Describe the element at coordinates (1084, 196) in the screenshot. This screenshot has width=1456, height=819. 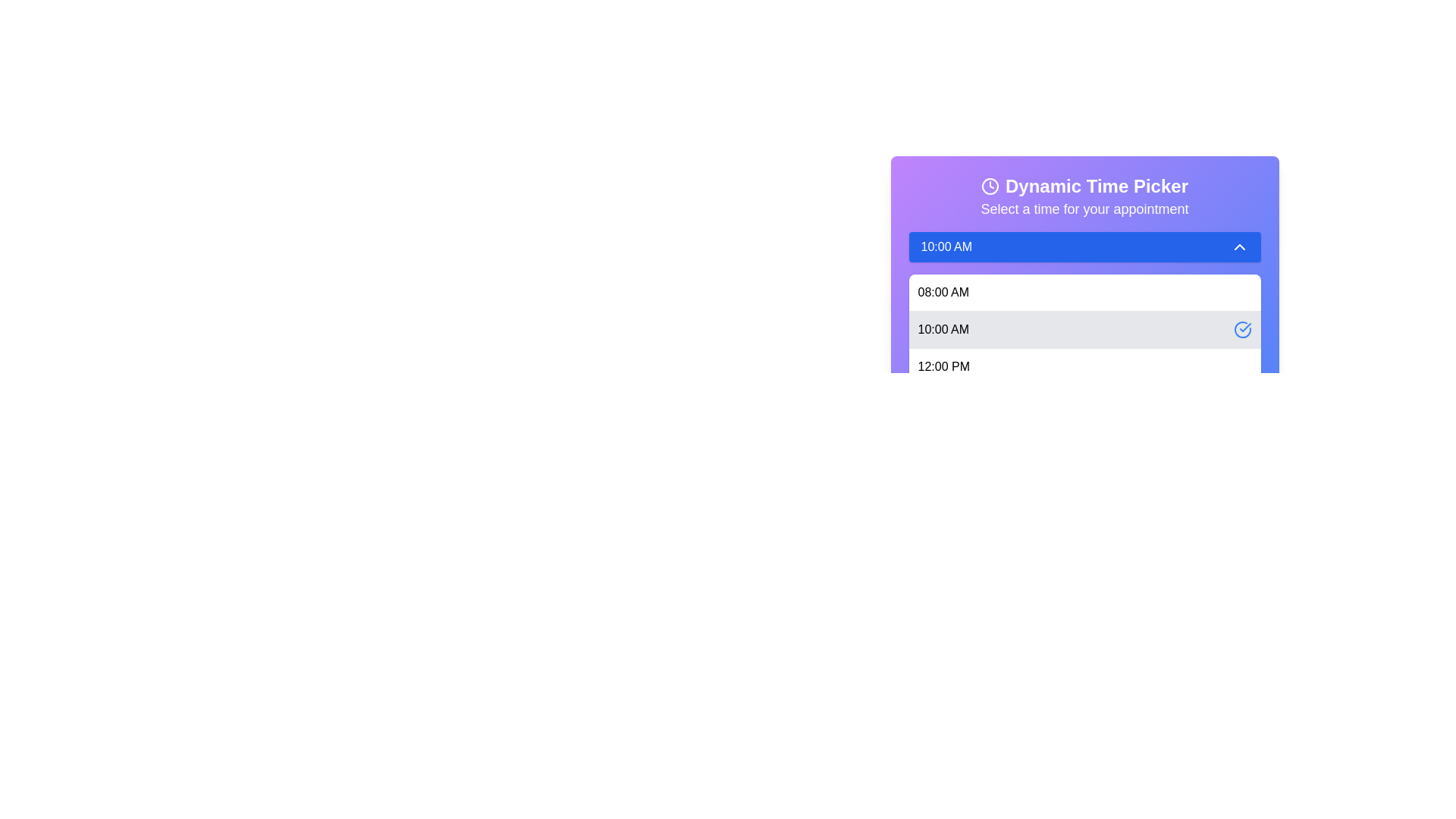
I see `the header section styled with a gradient background that includes a clock icon and the title 'Dynamic Time Picker' with the subtitle 'Select a time for your appointment'` at that location.